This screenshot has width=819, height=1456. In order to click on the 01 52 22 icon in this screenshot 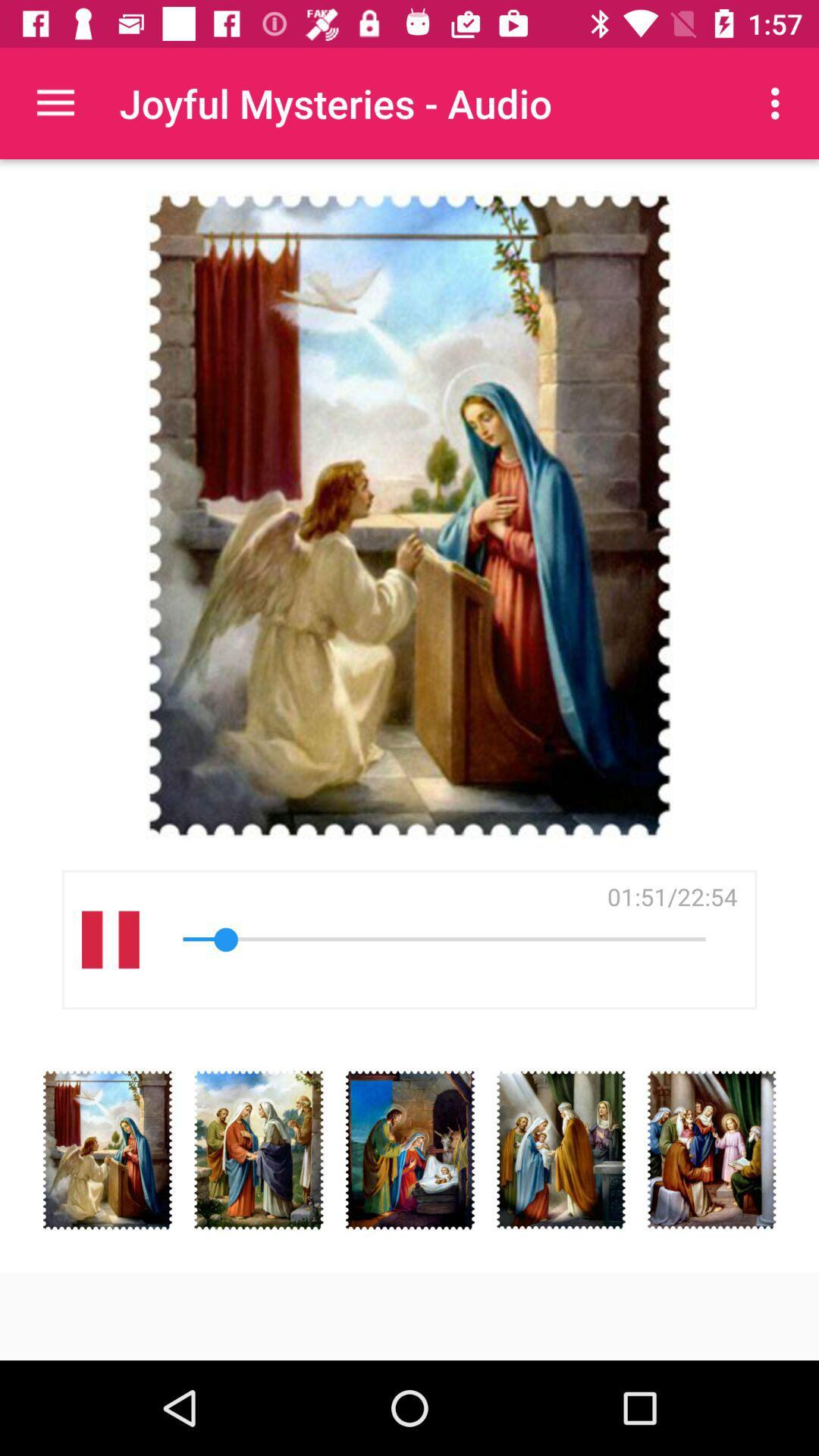, I will do `click(671, 896)`.